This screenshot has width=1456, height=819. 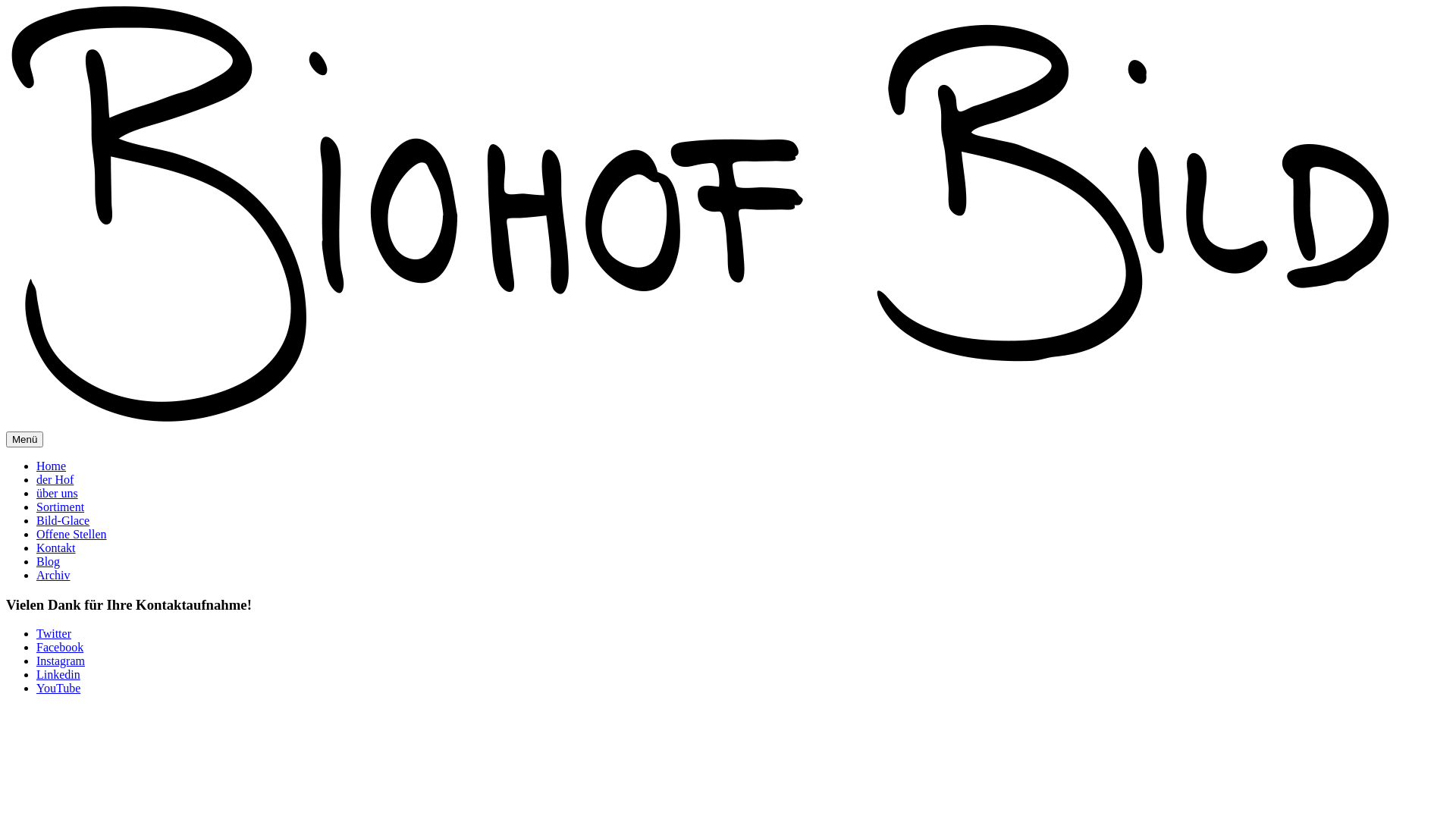 What do you see at coordinates (48, 561) in the screenshot?
I see `'Blog'` at bounding box center [48, 561].